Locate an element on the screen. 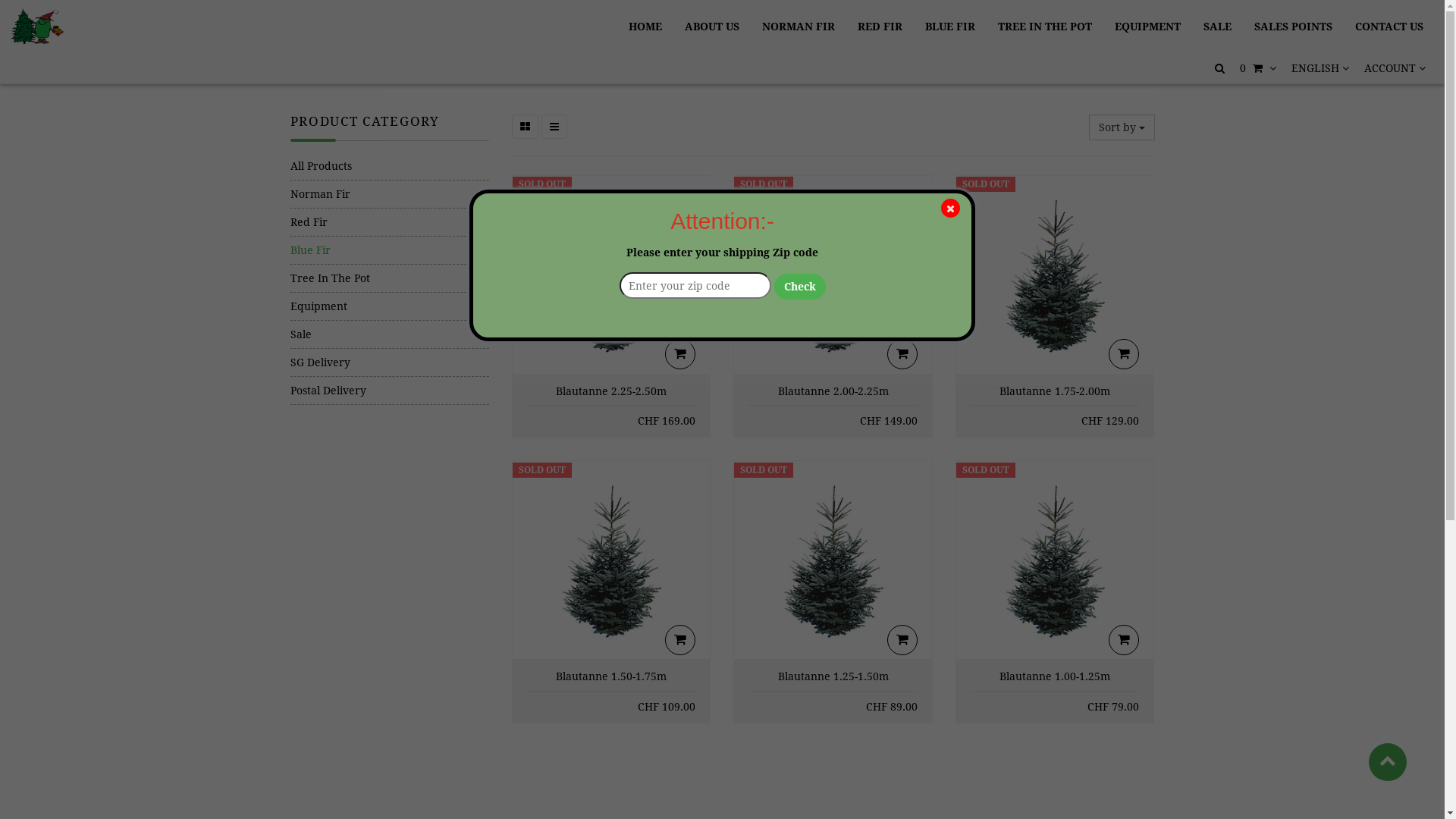 The width and height of the screenshot is (1456, 819). 'NORMAN FIR' is located at coordinates (797, 26).